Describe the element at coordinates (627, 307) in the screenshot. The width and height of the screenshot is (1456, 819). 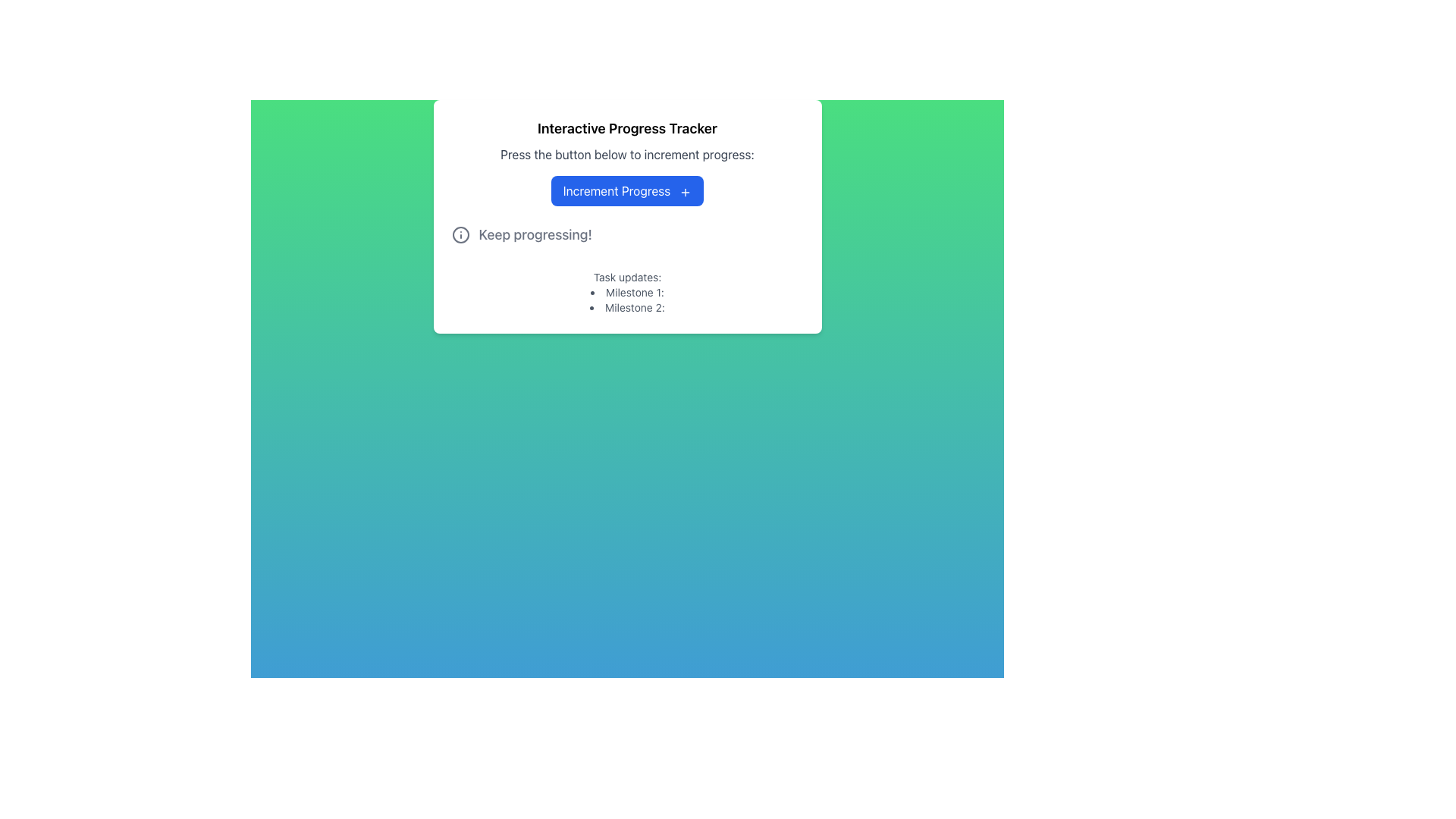
I see `the second item in the vertical list that serves as a descriptive label for a milestone point in progress tracking, located below 'Task updates:' and preceded by 'Milestone 1:'` at that location.